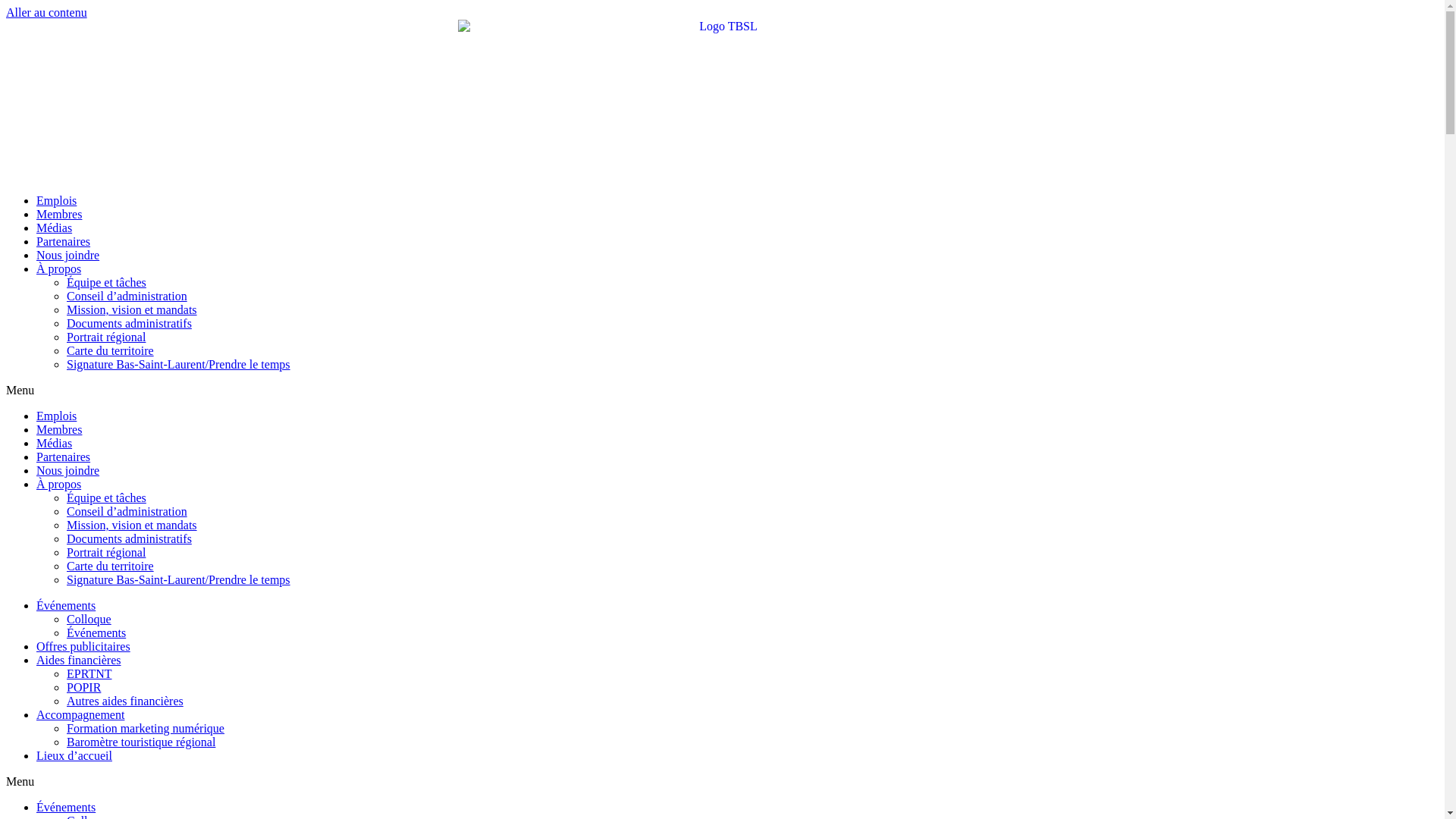 The image size is (1456, 819). I want to click on 'Aller au contenu', so click(46, 12).